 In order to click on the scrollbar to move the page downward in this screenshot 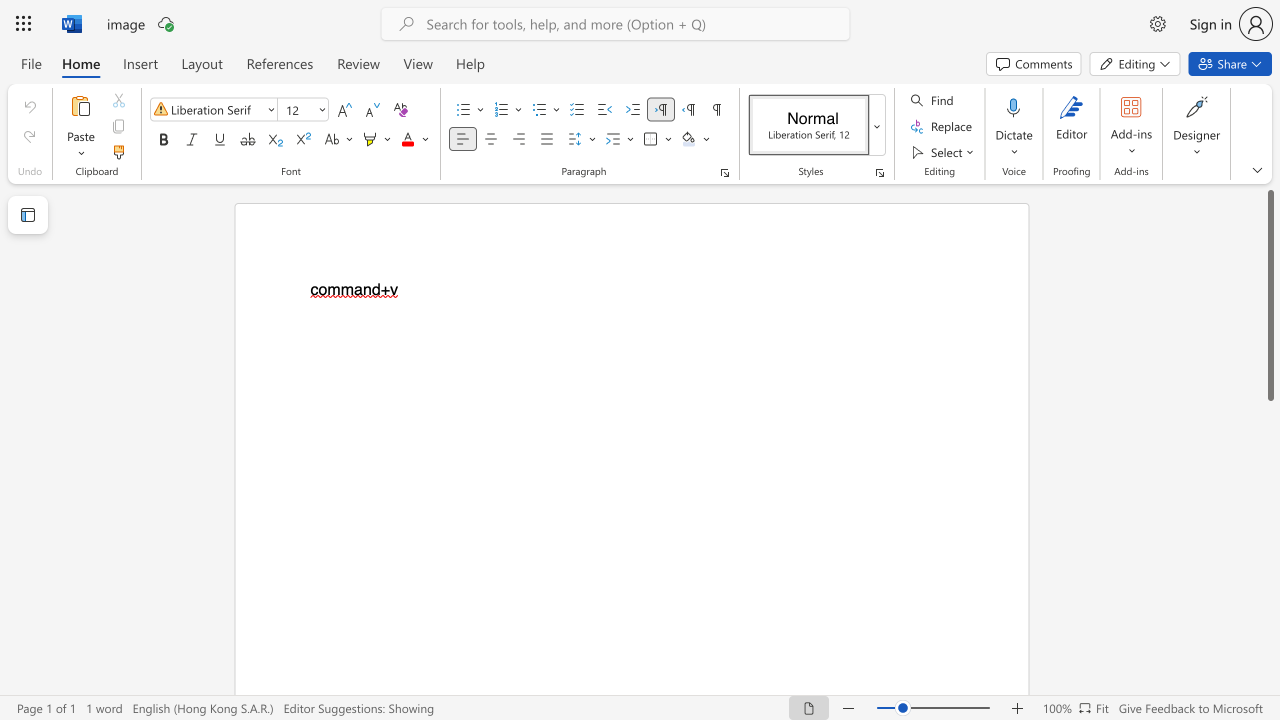, I will do `click(1269, 490)`.